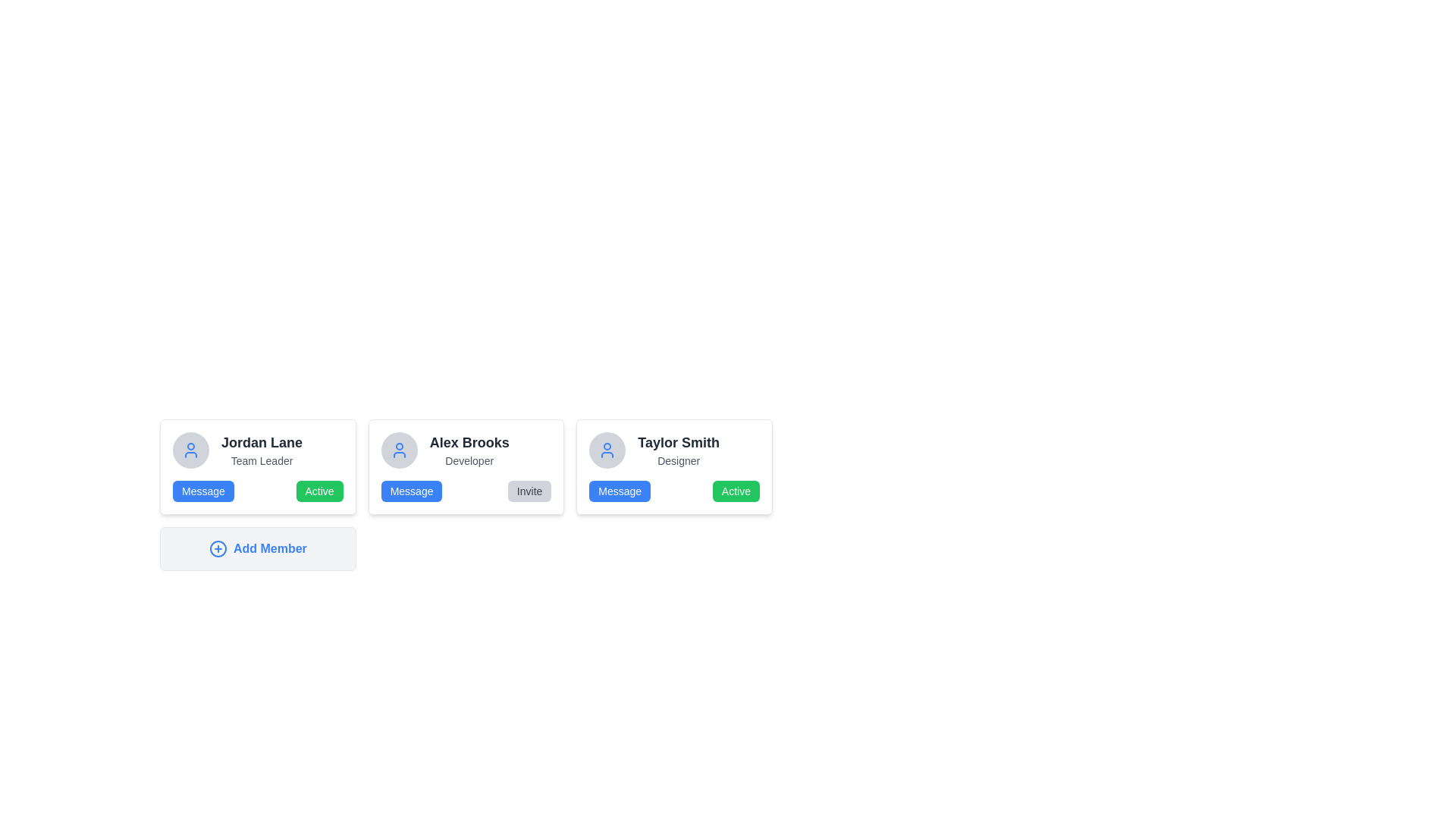 The width and height of the screenshot is (1456, 819). What do you see at coordinates (270, 549) in the screenshot?
I see `text label that describes the action related to adding a member, located within a rounded rectangular box beneath the user card elements` at bounding box center [270, 549].